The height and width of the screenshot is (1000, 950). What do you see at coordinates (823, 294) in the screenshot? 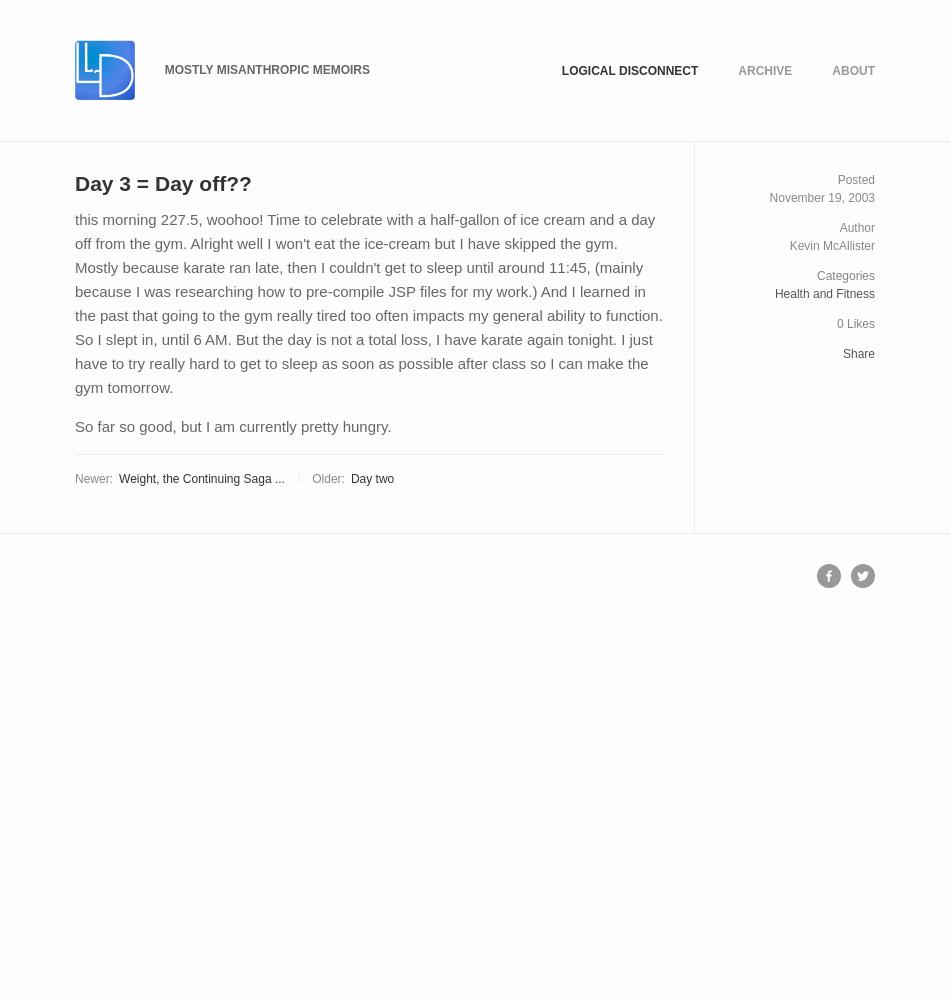
I see `'Health and Fitness'` at bounding box center [823, 294].